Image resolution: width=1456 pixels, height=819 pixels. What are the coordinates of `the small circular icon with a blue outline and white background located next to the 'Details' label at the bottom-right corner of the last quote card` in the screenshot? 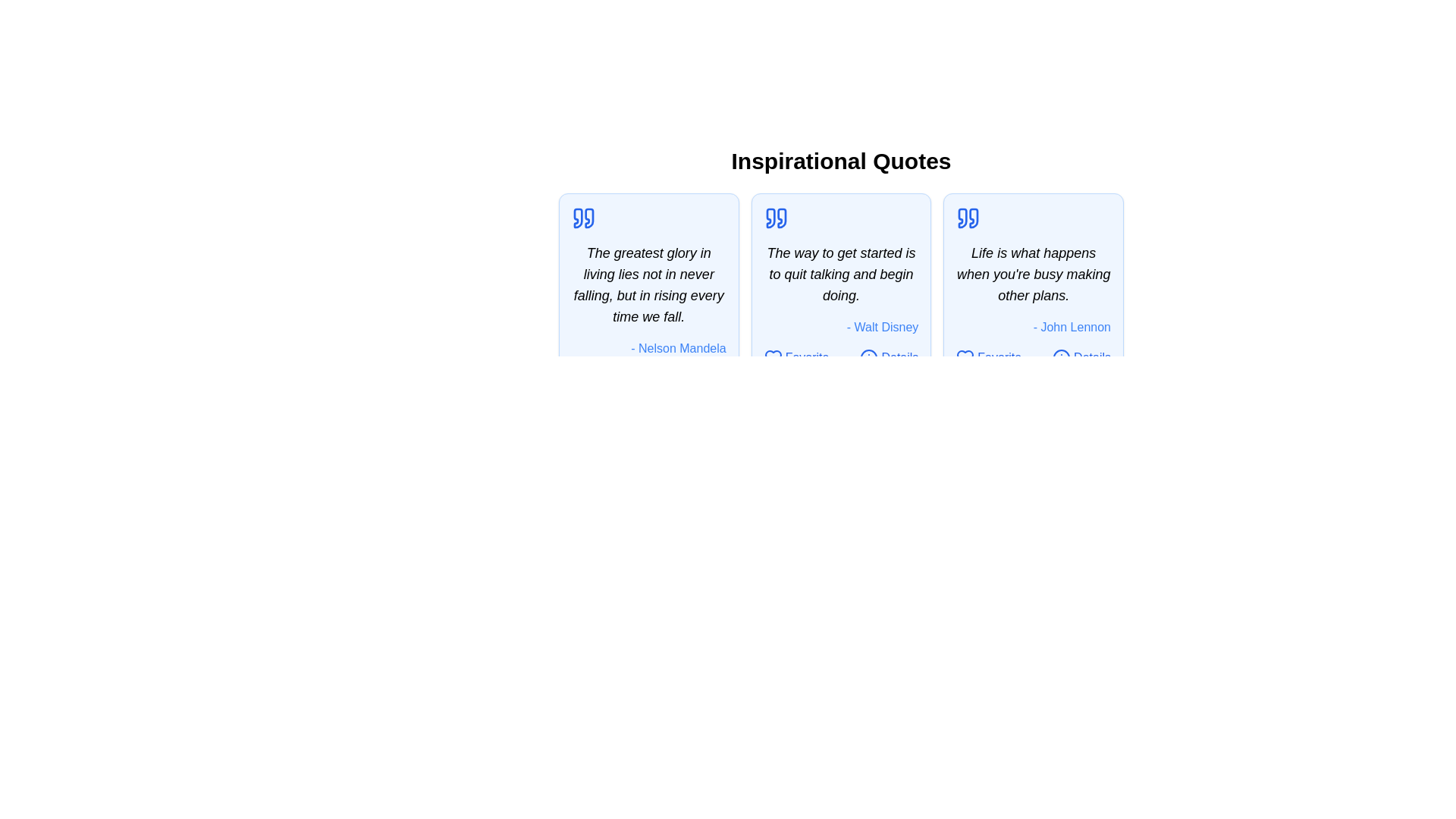 It's located at (1061, 357).